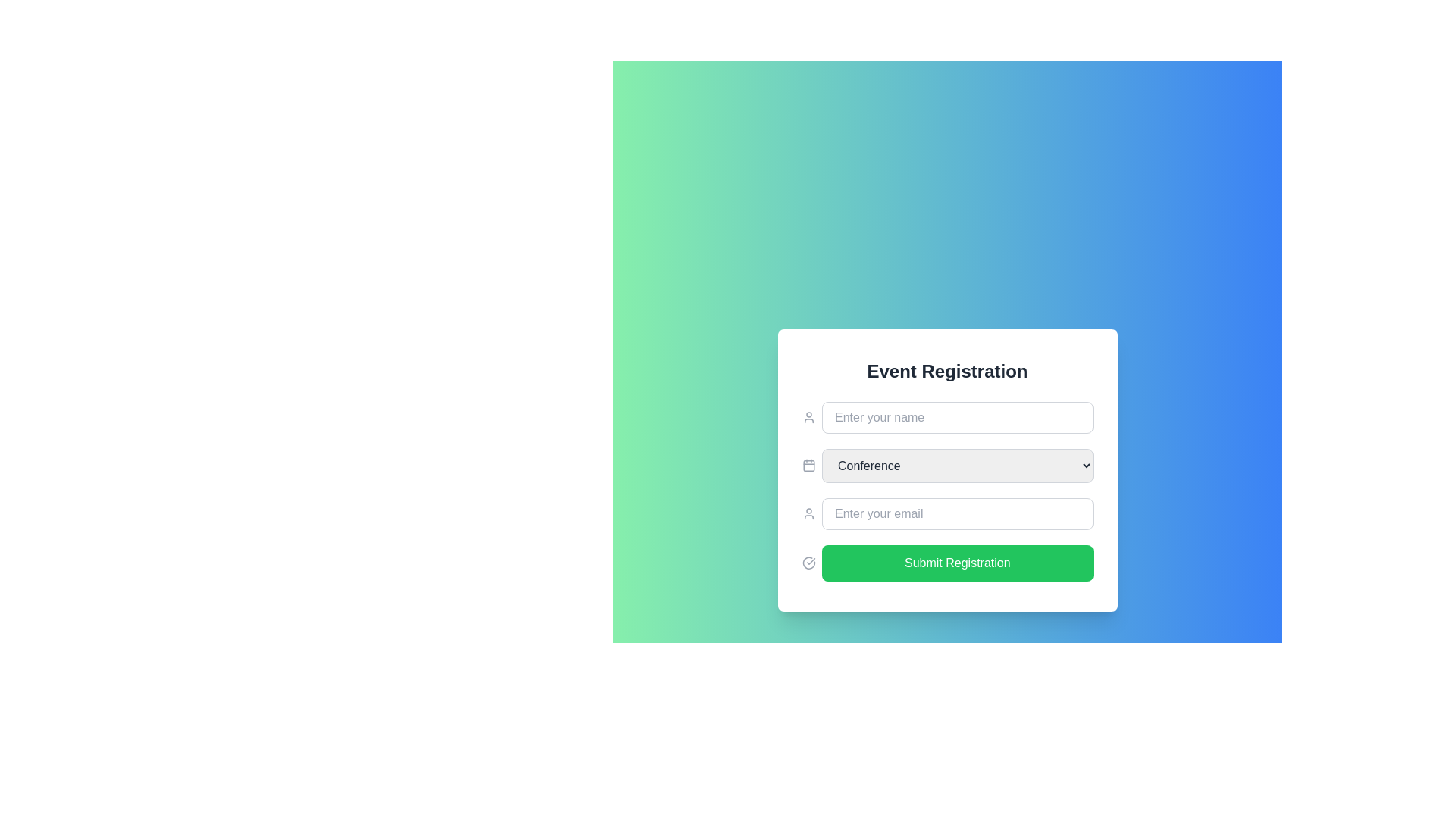 Image resolution: width=1456 pixels, height=819 pixels. Describe the element at coordinates (808, 563) in the screenshot. I see `the circular gray checkmark icon located to the left of the green 'Submit Registration' button` at that location.